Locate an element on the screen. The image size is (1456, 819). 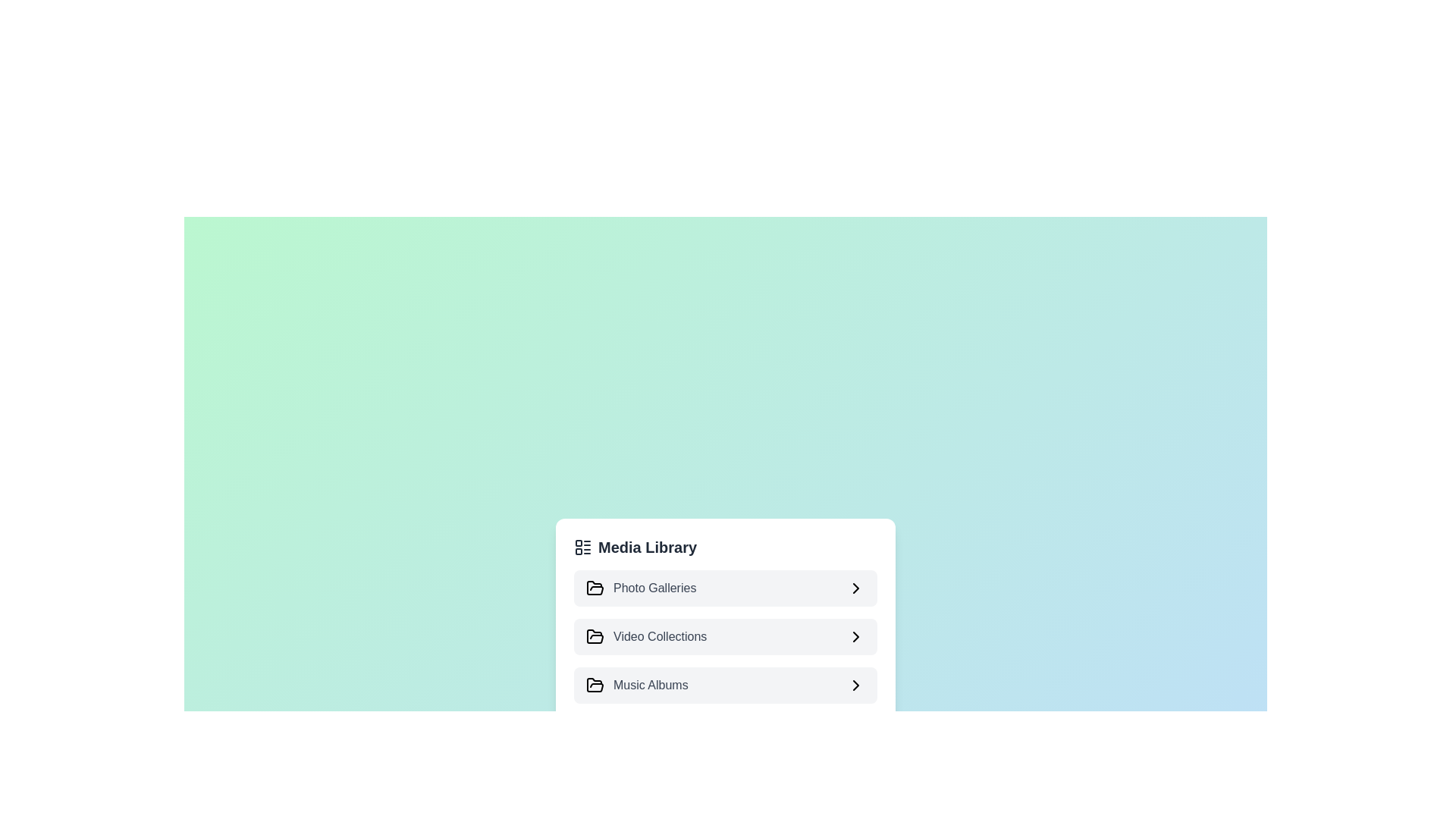
the item Photo Galleries to observe its hover effect is located at coordinates (724, 587).